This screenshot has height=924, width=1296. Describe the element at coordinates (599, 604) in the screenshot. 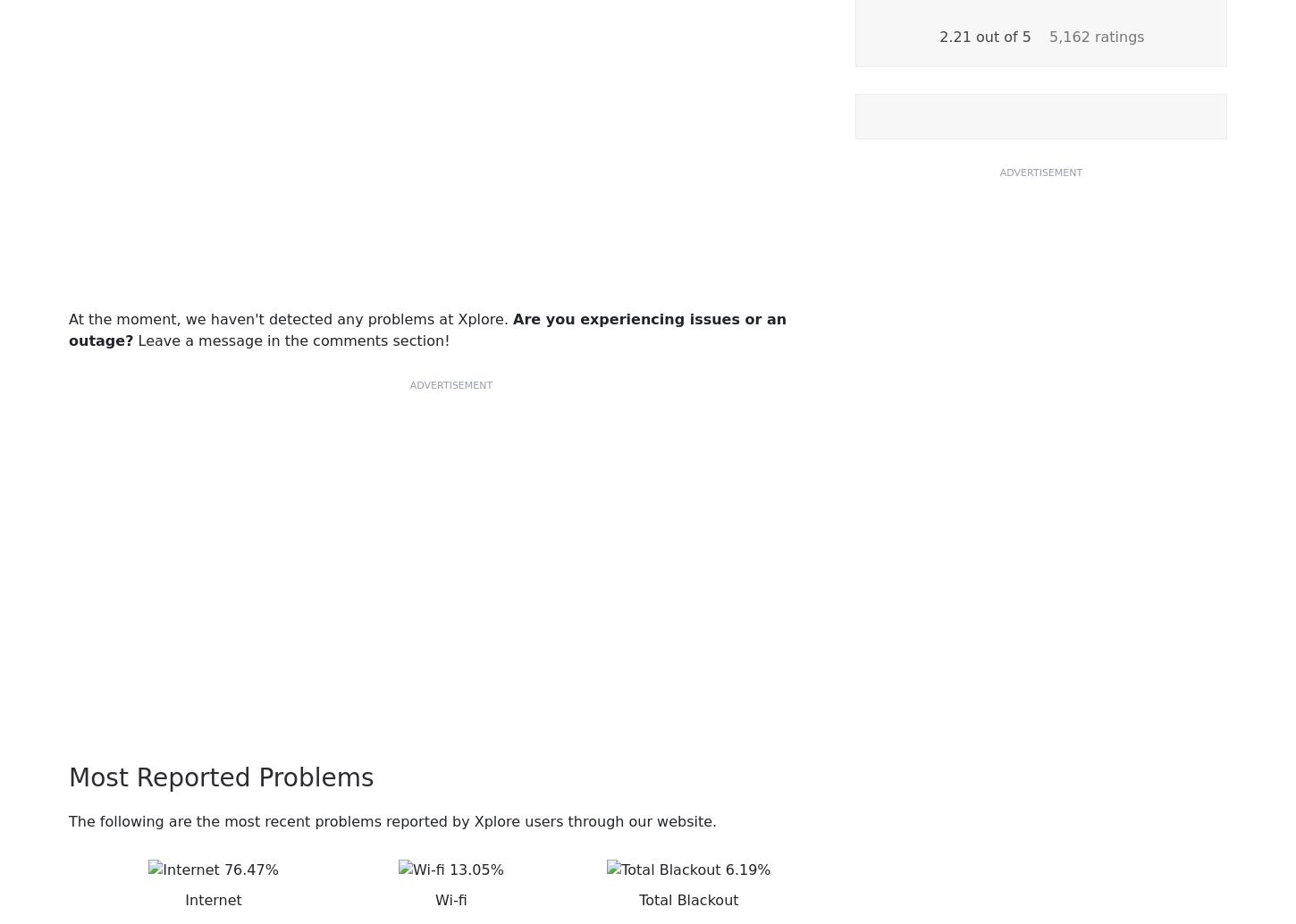

I see `'Resources'` at that location.